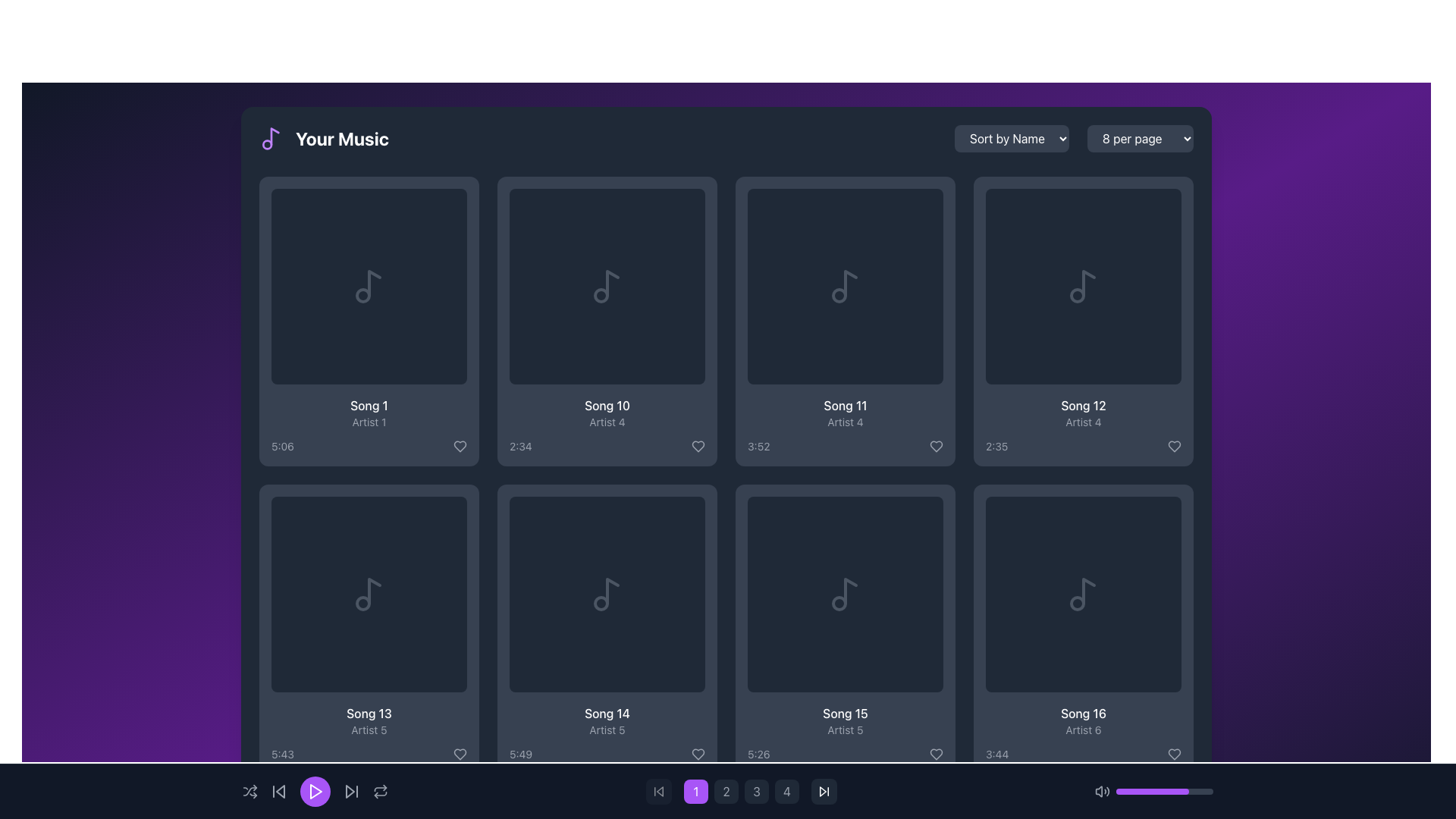 The height and width of the screenshot is (819, 1456). Describe the element at coordinates (1083, 287) in the screenshot. I see `the grey musical note icon representing 'Song 12' by 'Artist 4' in the grid interface` at that location.